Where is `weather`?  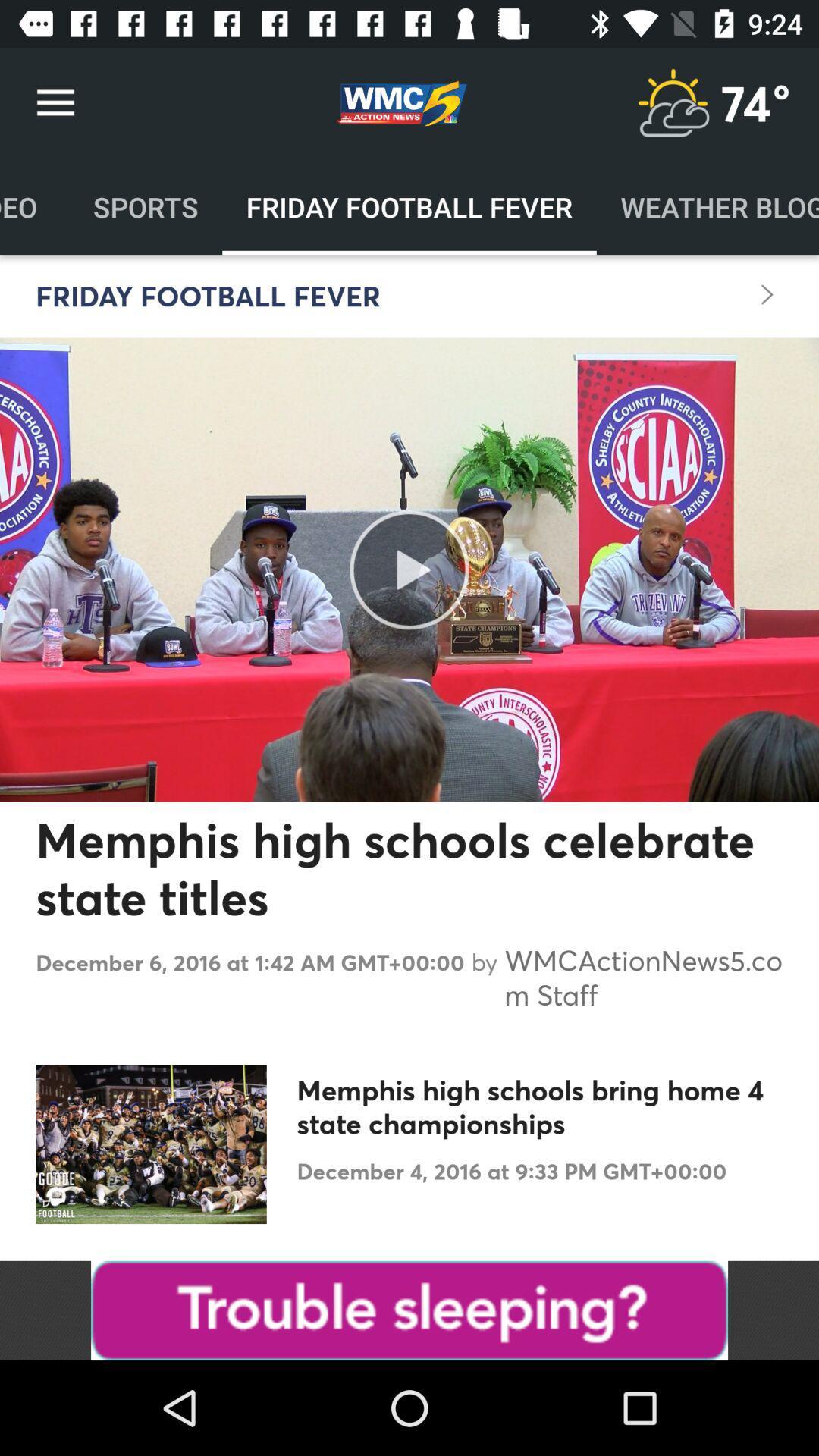
weather is located at coordinates (672, 102).